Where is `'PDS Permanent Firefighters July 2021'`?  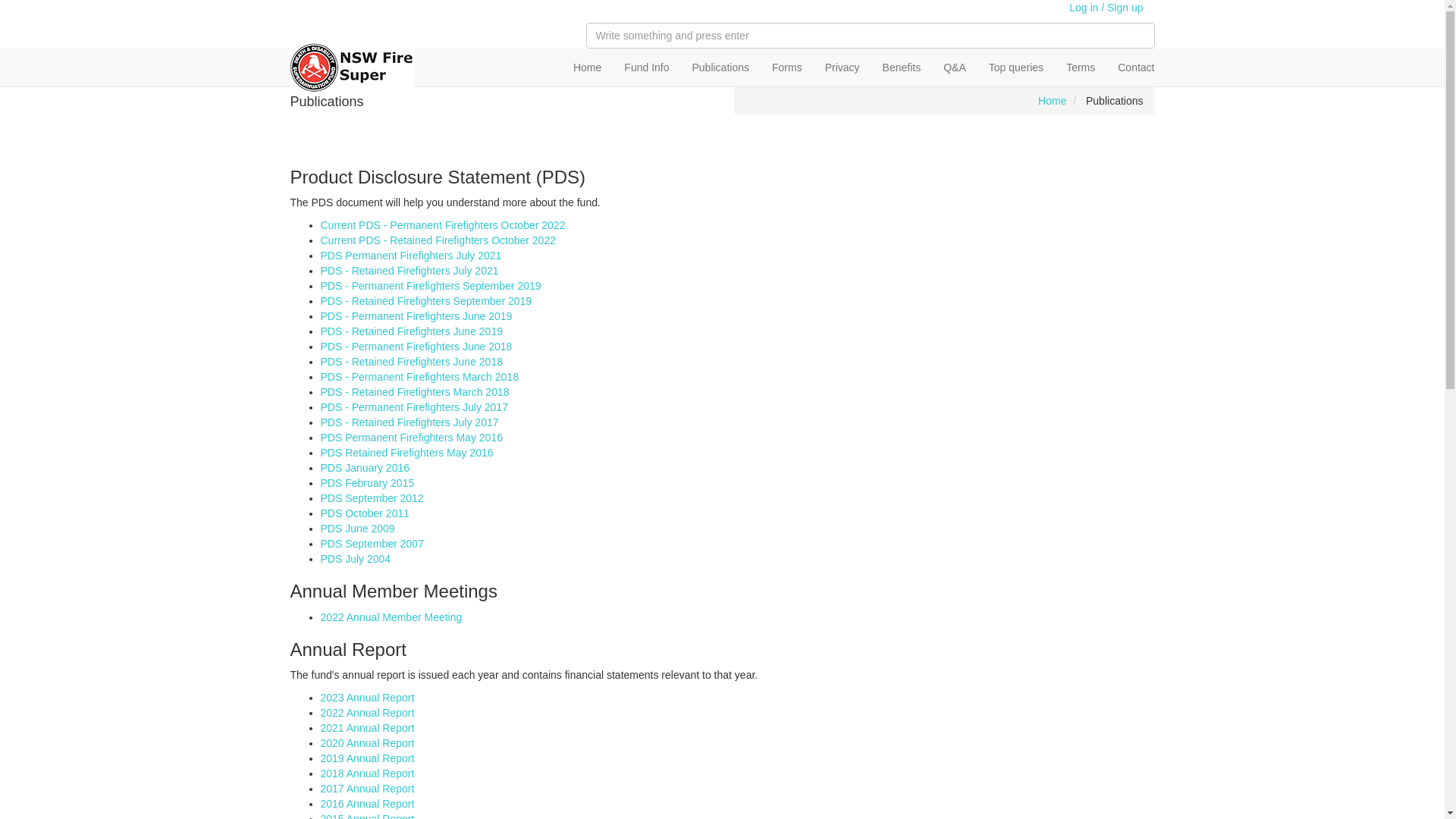 'PDS Permanent Firefighters July 2021' is located at coordinates (410, 254).